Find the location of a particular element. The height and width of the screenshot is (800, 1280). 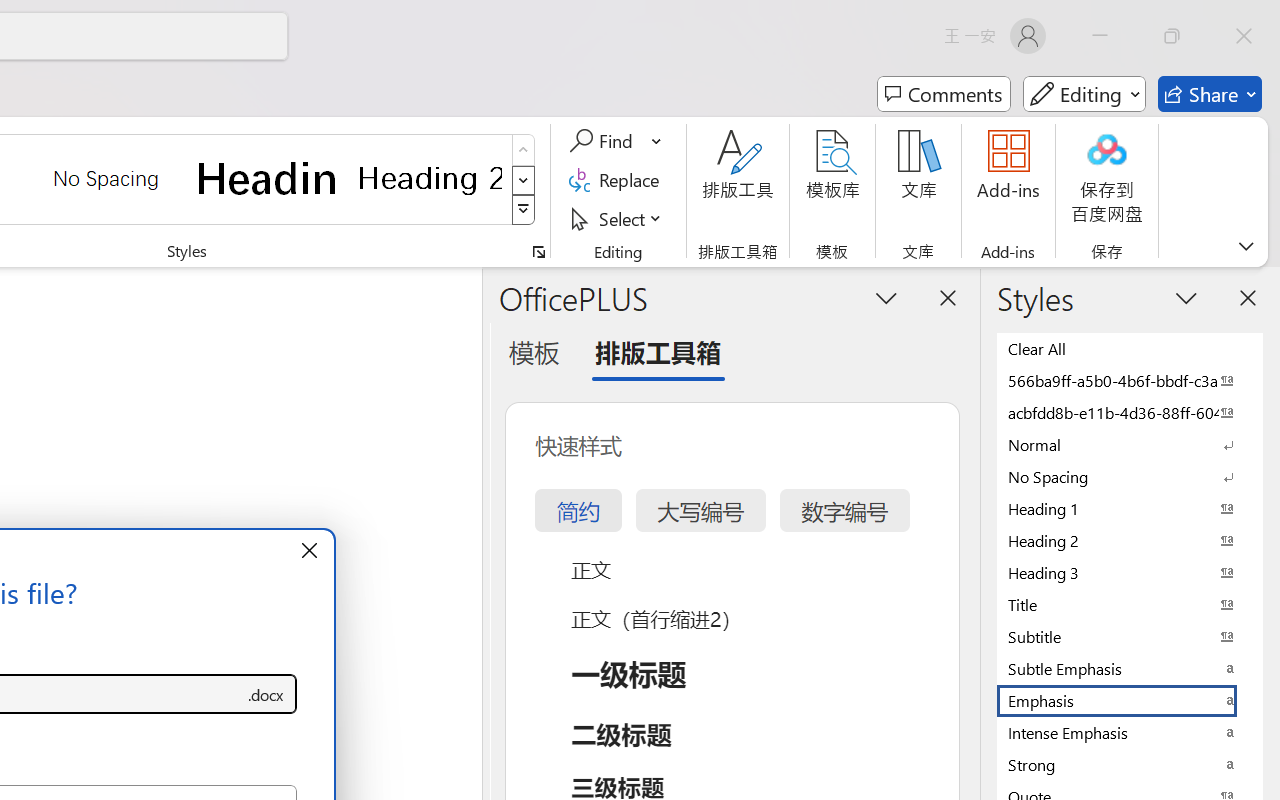

'Normal' is located at coordinates (1130, 443).